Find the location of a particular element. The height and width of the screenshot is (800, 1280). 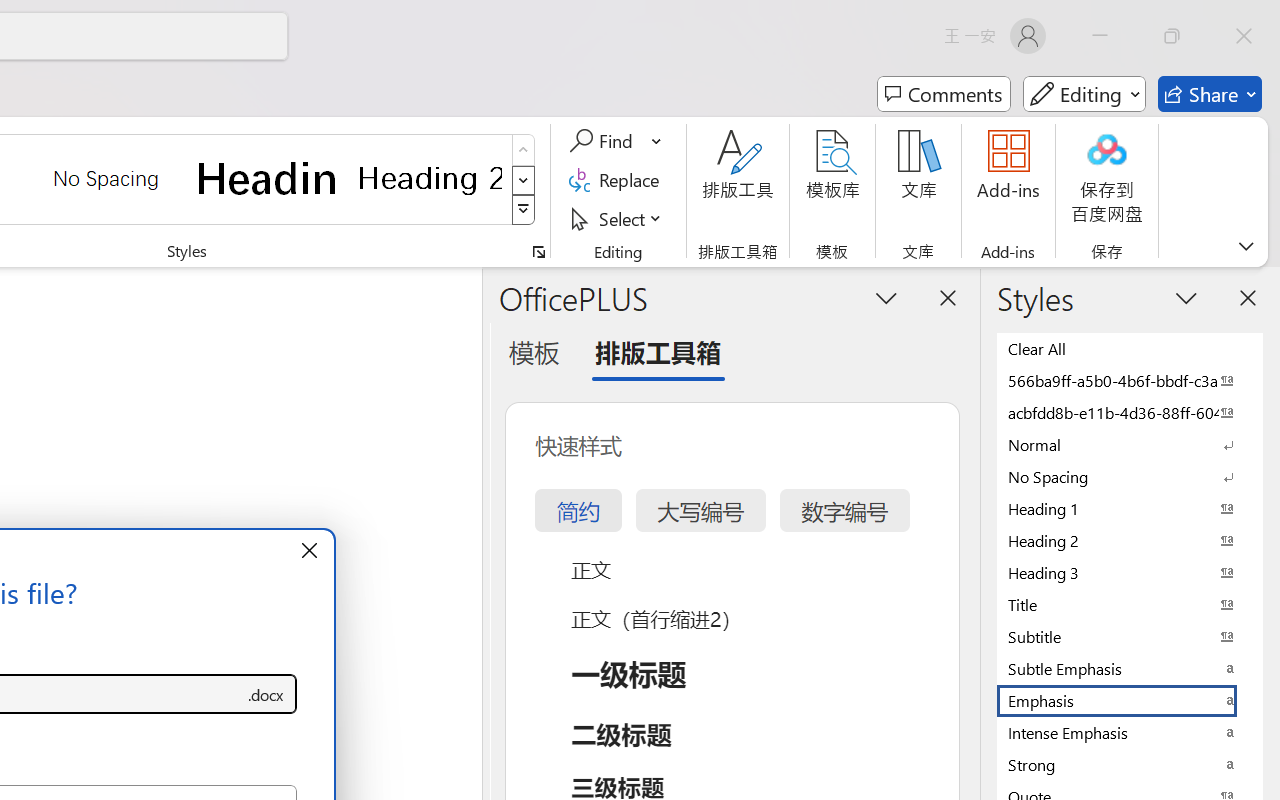

'Normal' is located at coordinates (1130, 443).